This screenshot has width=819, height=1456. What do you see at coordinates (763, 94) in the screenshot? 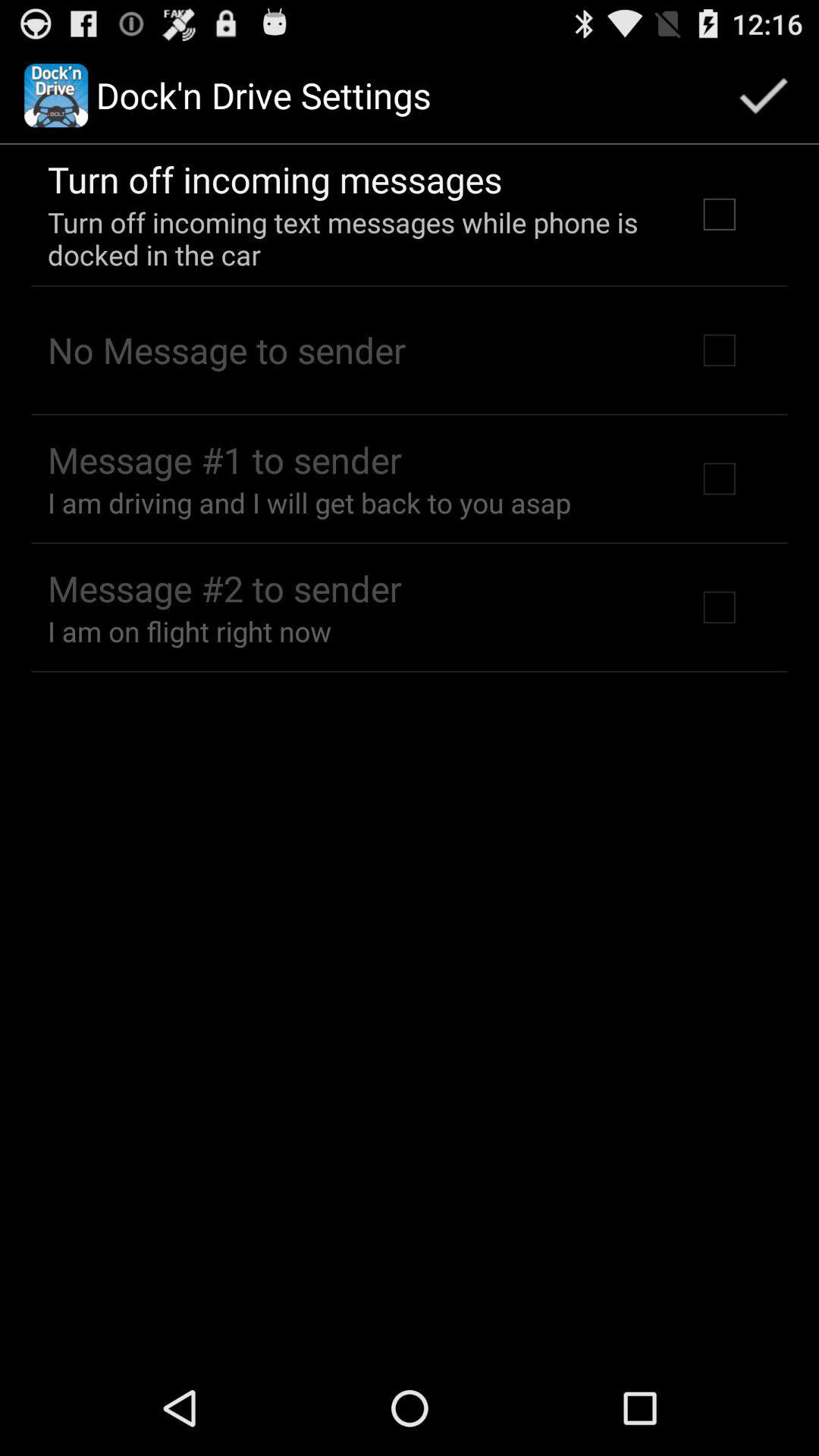
I see `icon next to turn off incoming app` at bounding box center [763, 94].